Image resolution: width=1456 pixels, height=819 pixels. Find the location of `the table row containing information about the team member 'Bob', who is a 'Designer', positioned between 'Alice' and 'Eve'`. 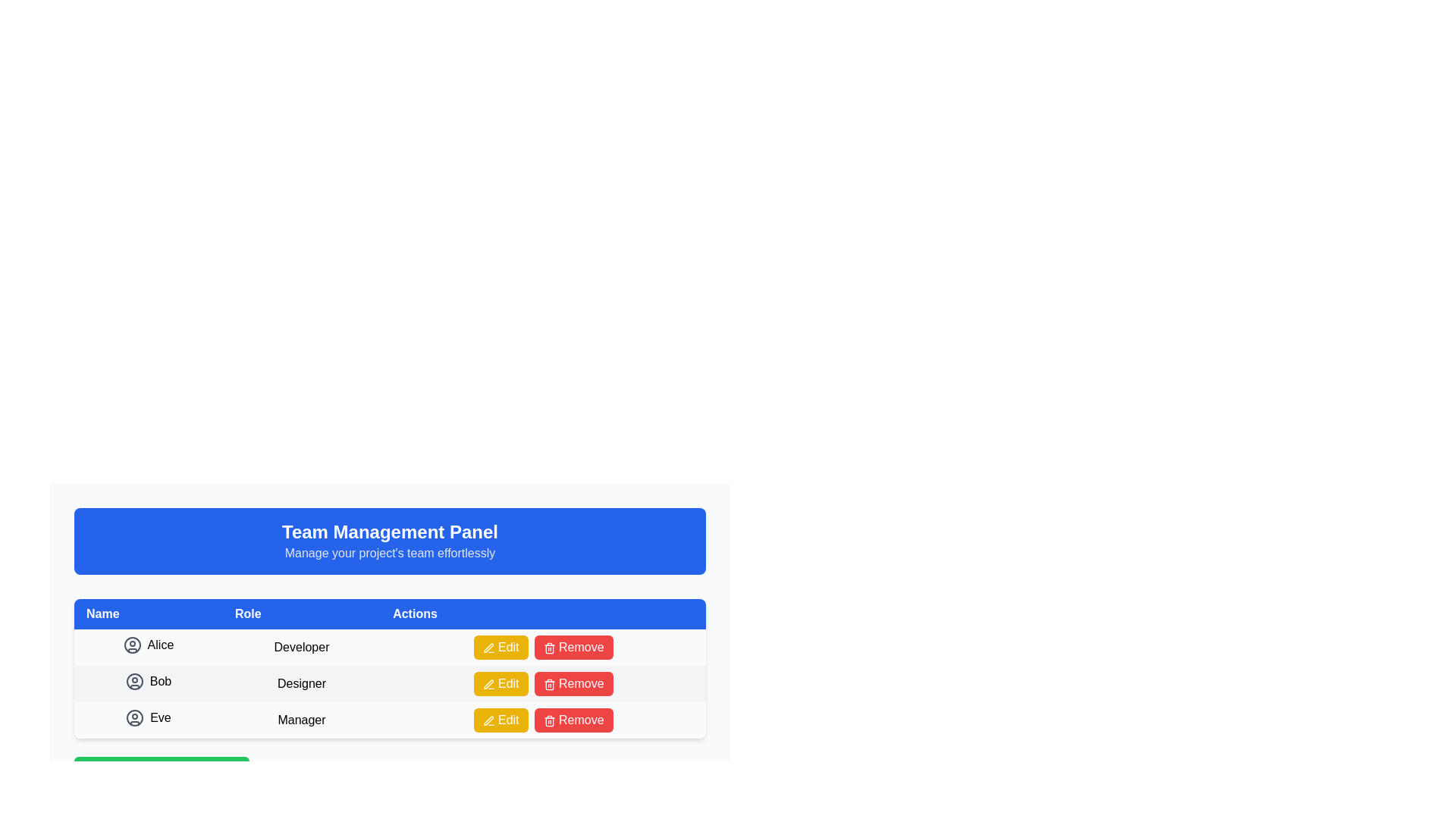

the table row containing information about the team member 'Bob', who is a 'Designer', positioned between 'Alice' and 'Eve' is located at coordinates (390, 668).